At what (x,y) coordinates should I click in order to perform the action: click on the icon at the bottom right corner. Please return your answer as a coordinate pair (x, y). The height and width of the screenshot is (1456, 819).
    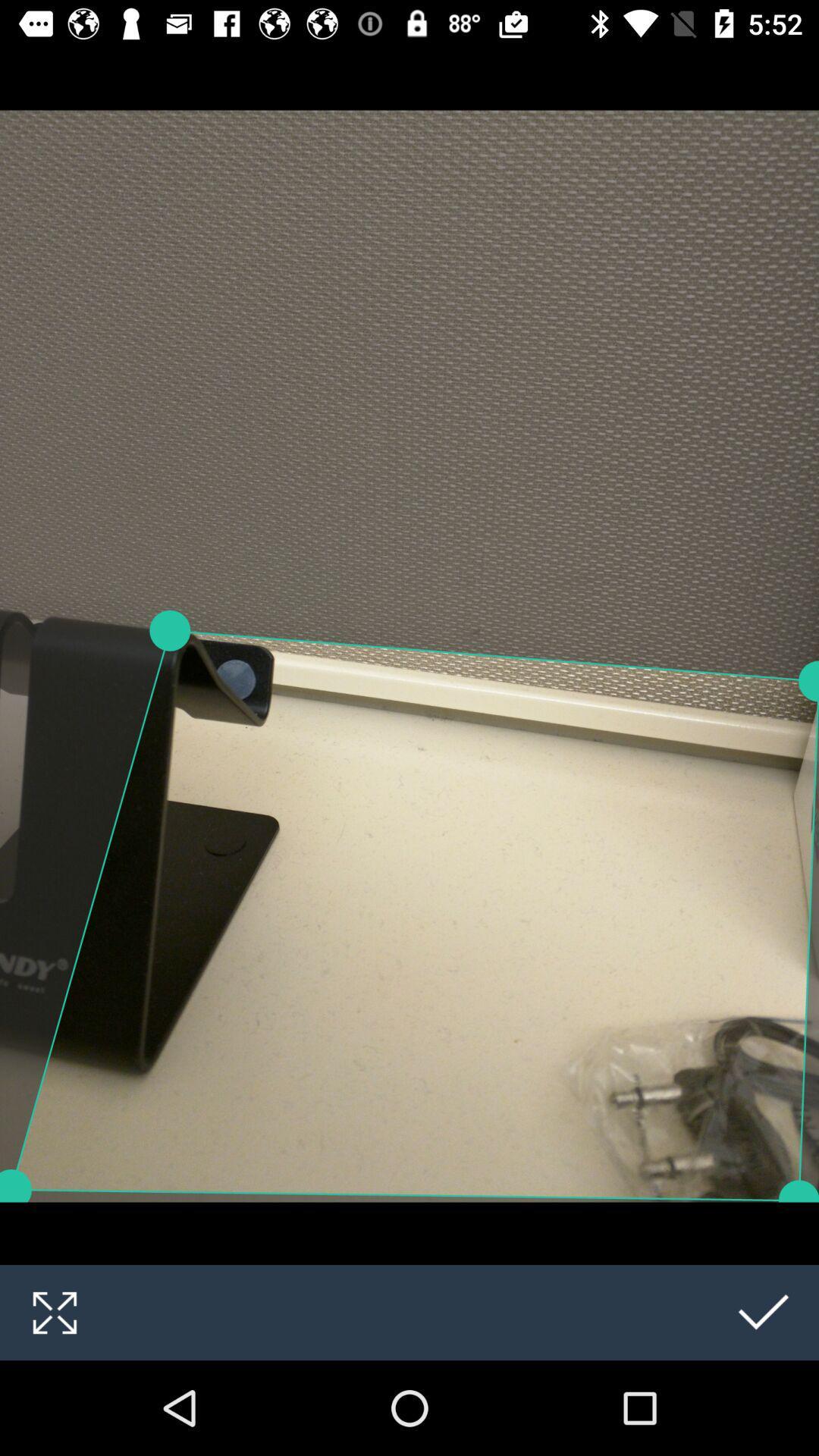
    Looking at the image, I should click on (764, 1312).